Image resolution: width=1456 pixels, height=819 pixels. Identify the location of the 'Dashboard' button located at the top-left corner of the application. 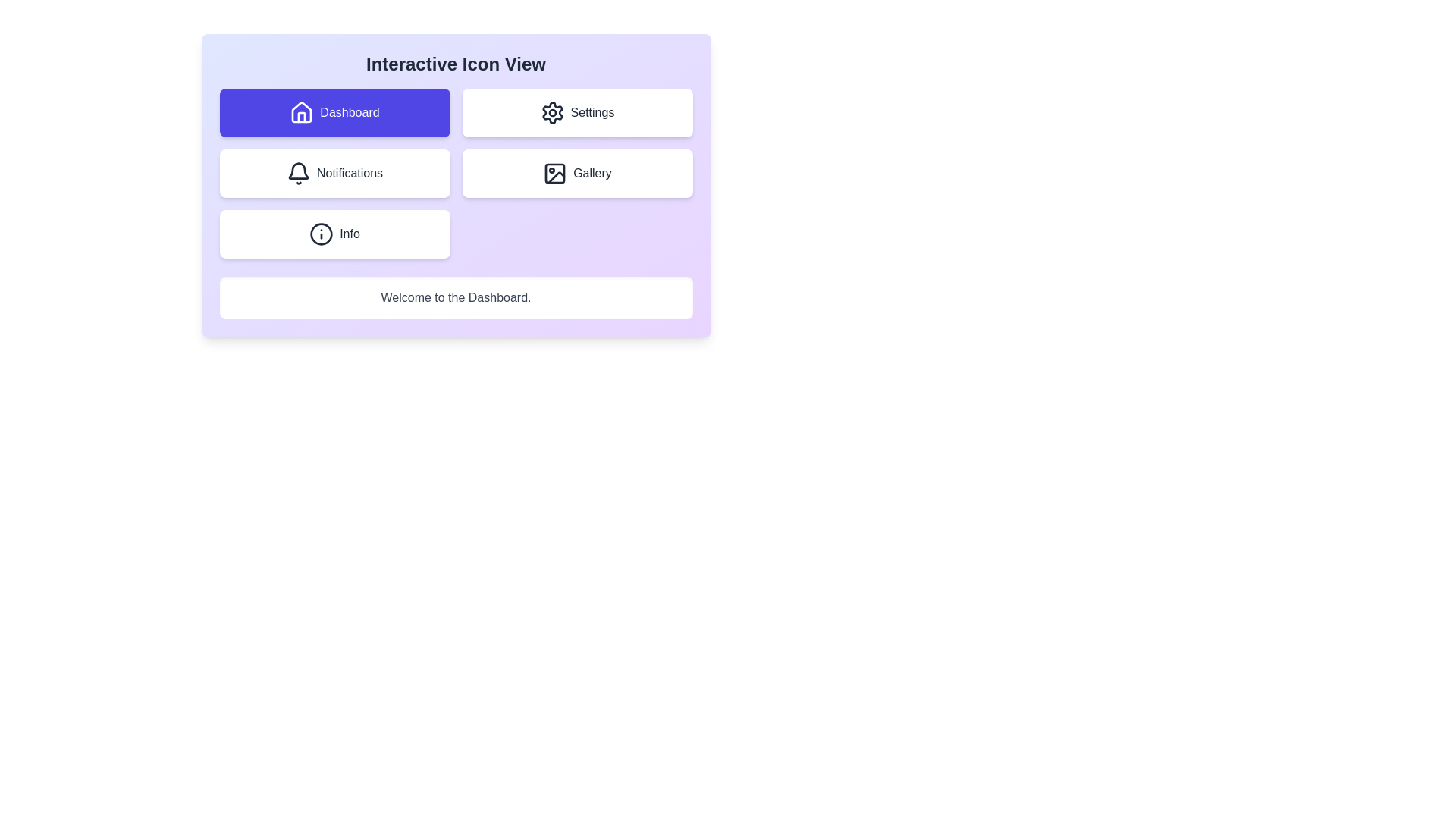
(334, 112).